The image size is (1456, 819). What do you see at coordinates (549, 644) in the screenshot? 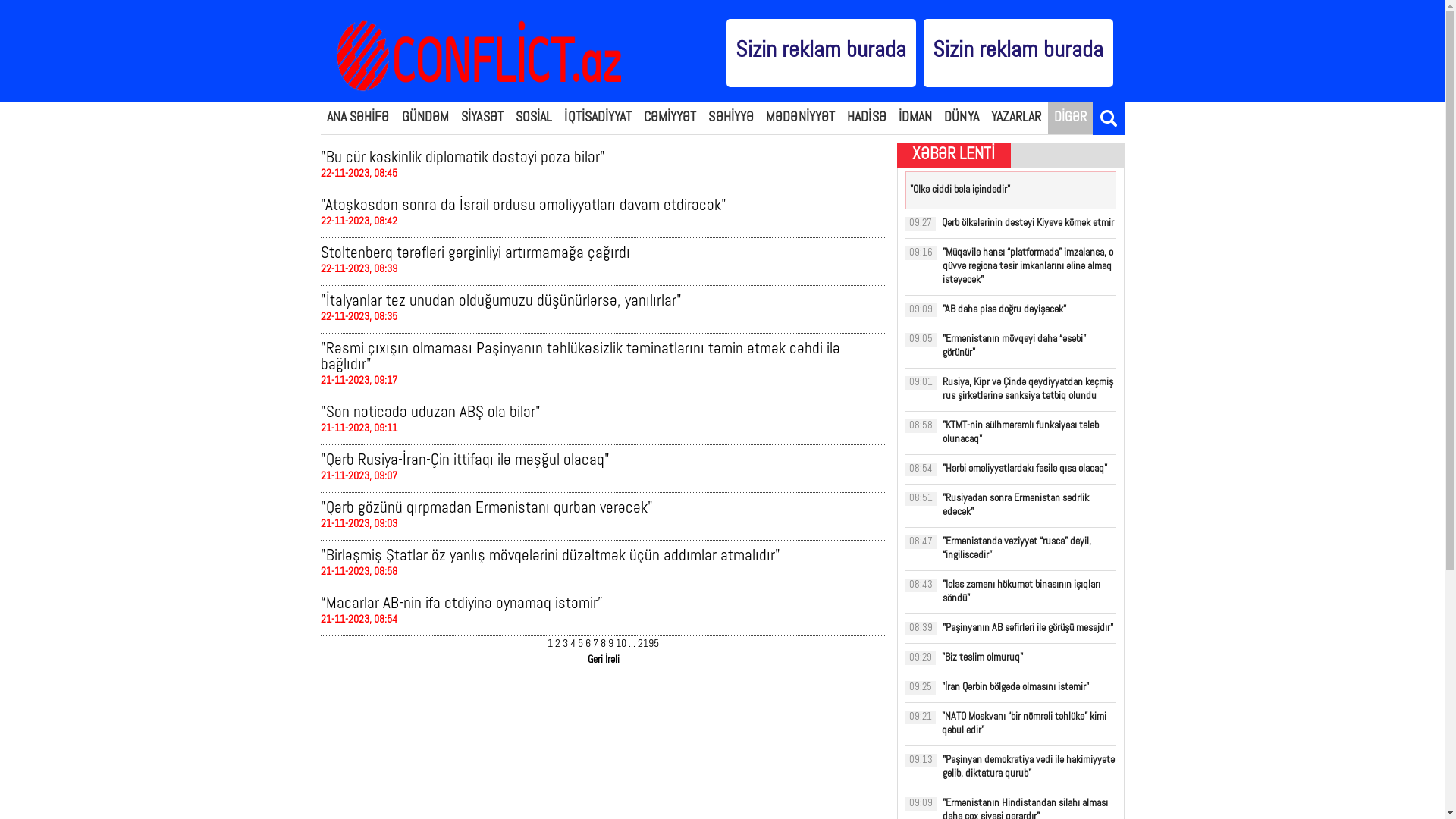
I see `'1'` at bounding box center [549, 644].